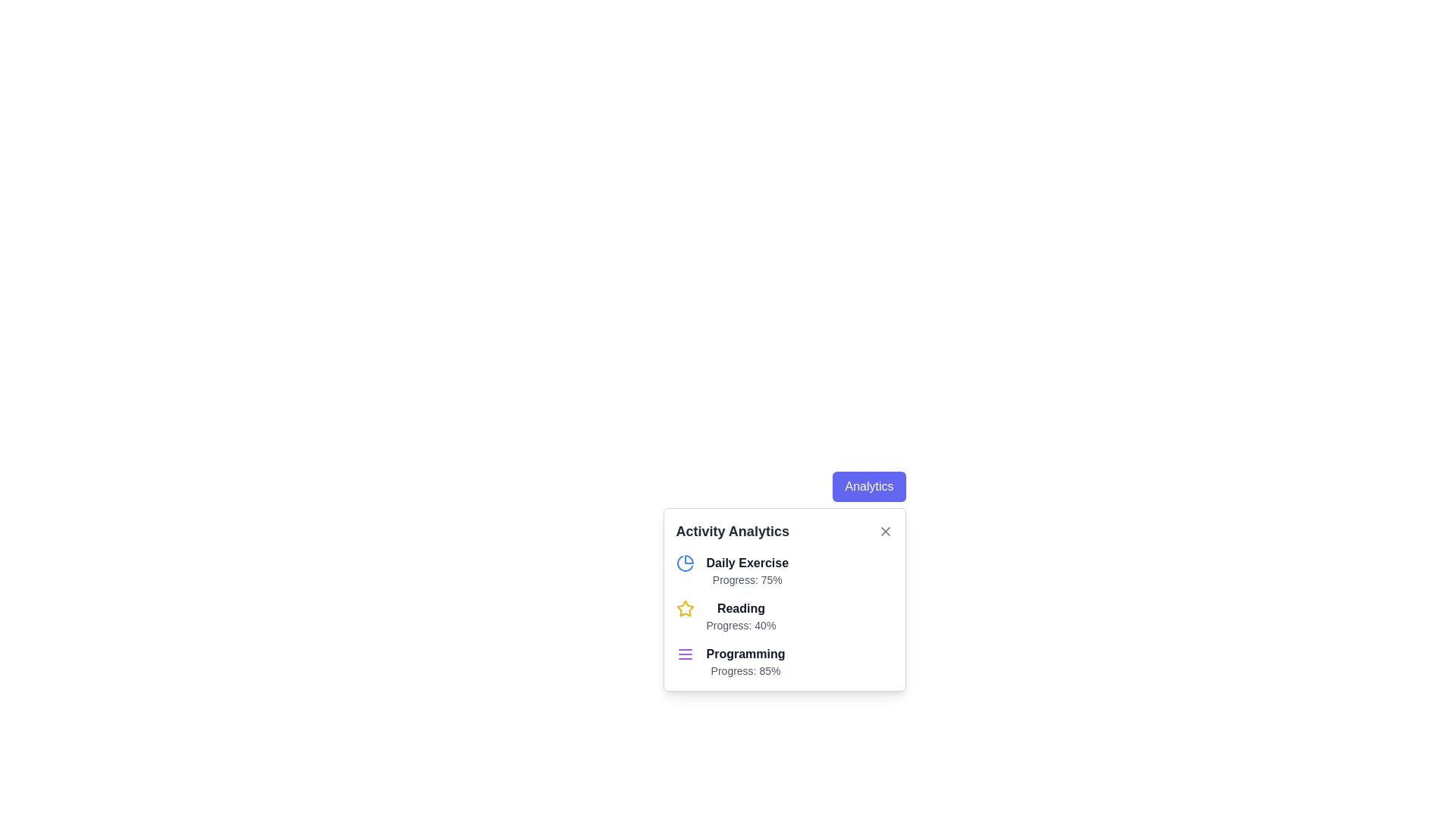  I want to click on text from the progress label indicating 85% completion of the Programming activity located at the bottom of the Programming section within the Activity Analytics card, so click(745, 670).